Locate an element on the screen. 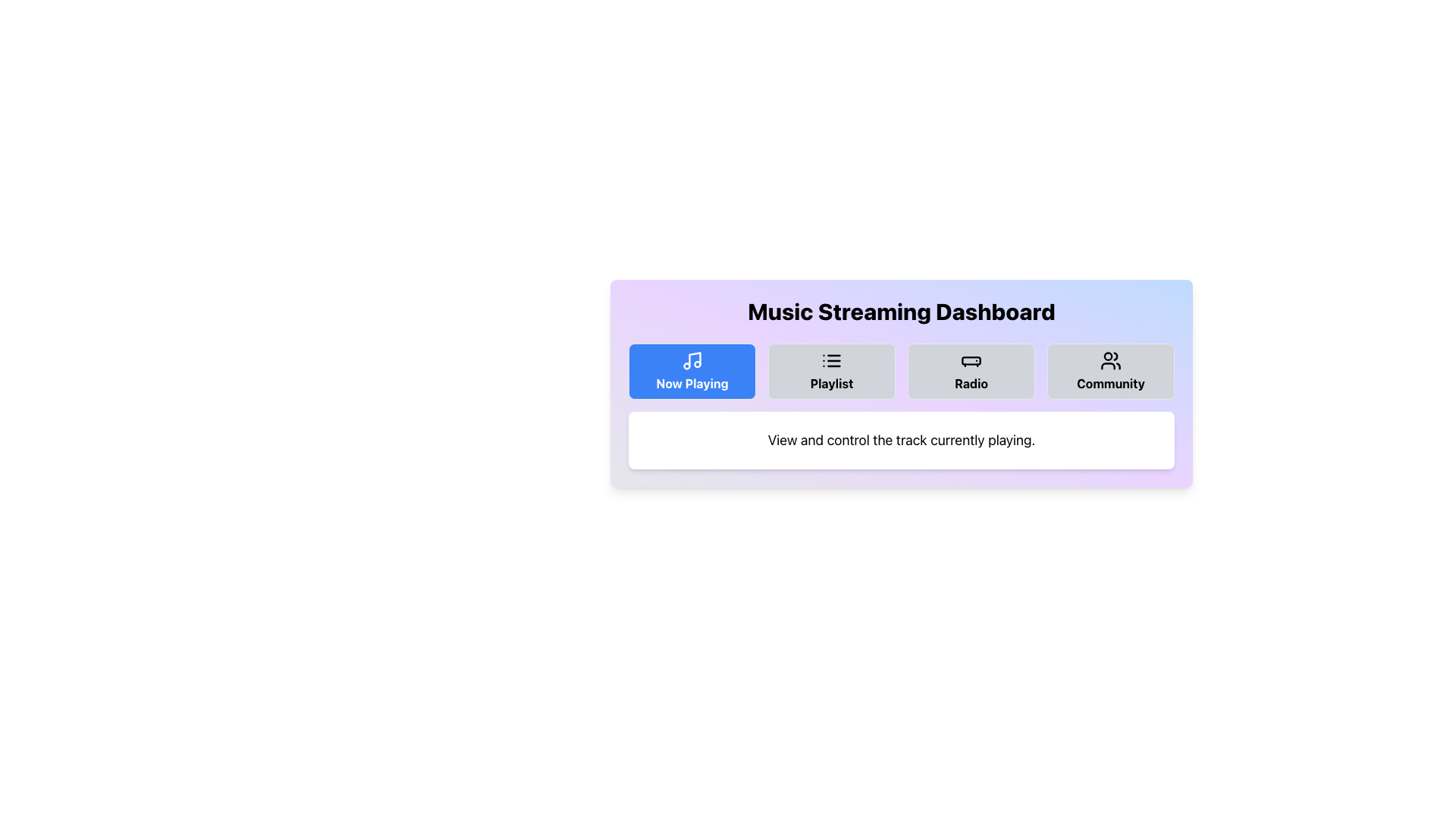  the 'Now Playing' button, which is a rectangular button with rounded corners, a blue background, and white bold text that reads 'Now Playing', located in the horizontal navigation bar is located at coordinates (691, 371).